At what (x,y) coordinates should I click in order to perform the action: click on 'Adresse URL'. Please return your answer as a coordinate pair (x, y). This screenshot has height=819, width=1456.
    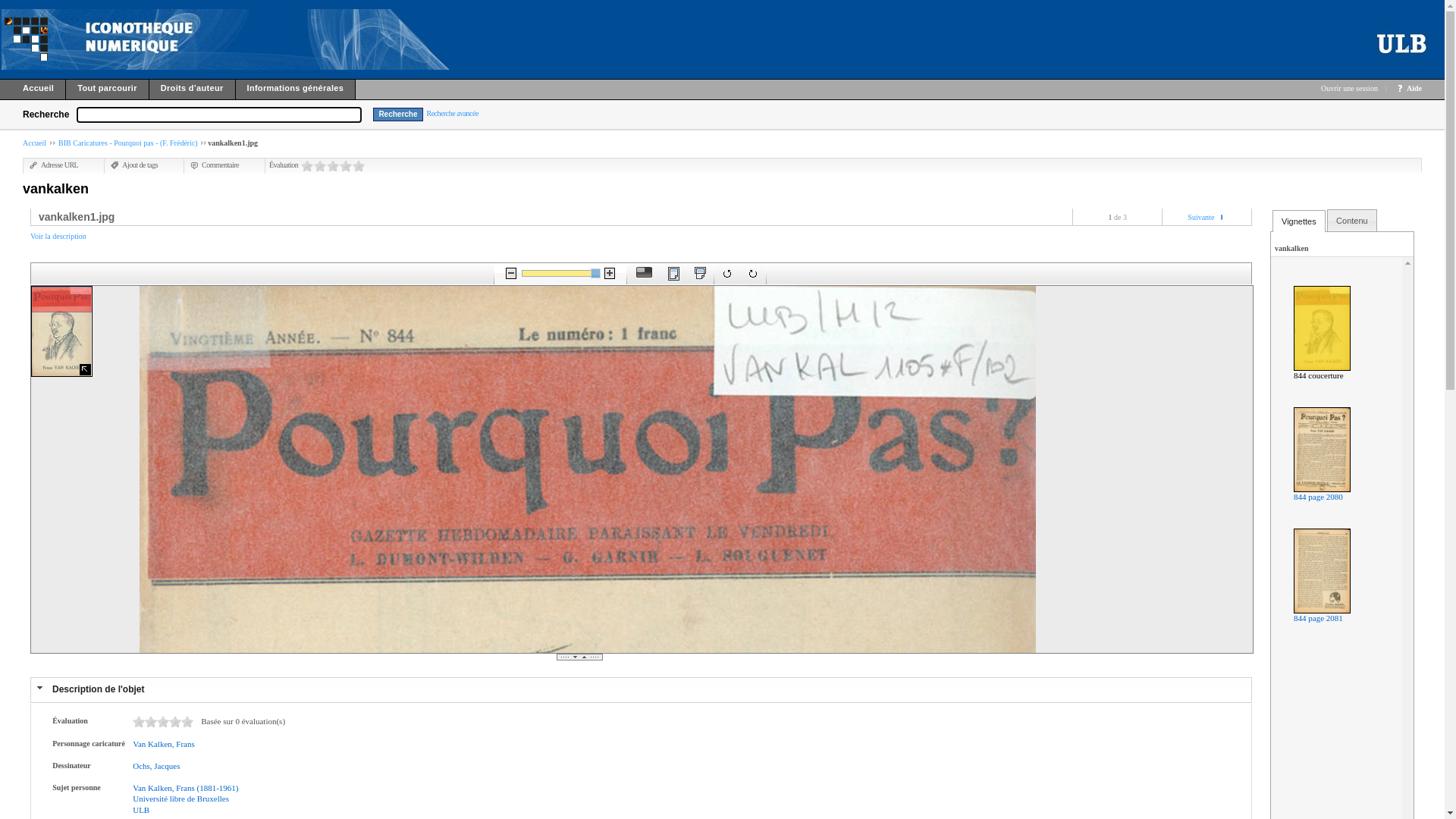
    Looking at the image, I should click on (54, 165).